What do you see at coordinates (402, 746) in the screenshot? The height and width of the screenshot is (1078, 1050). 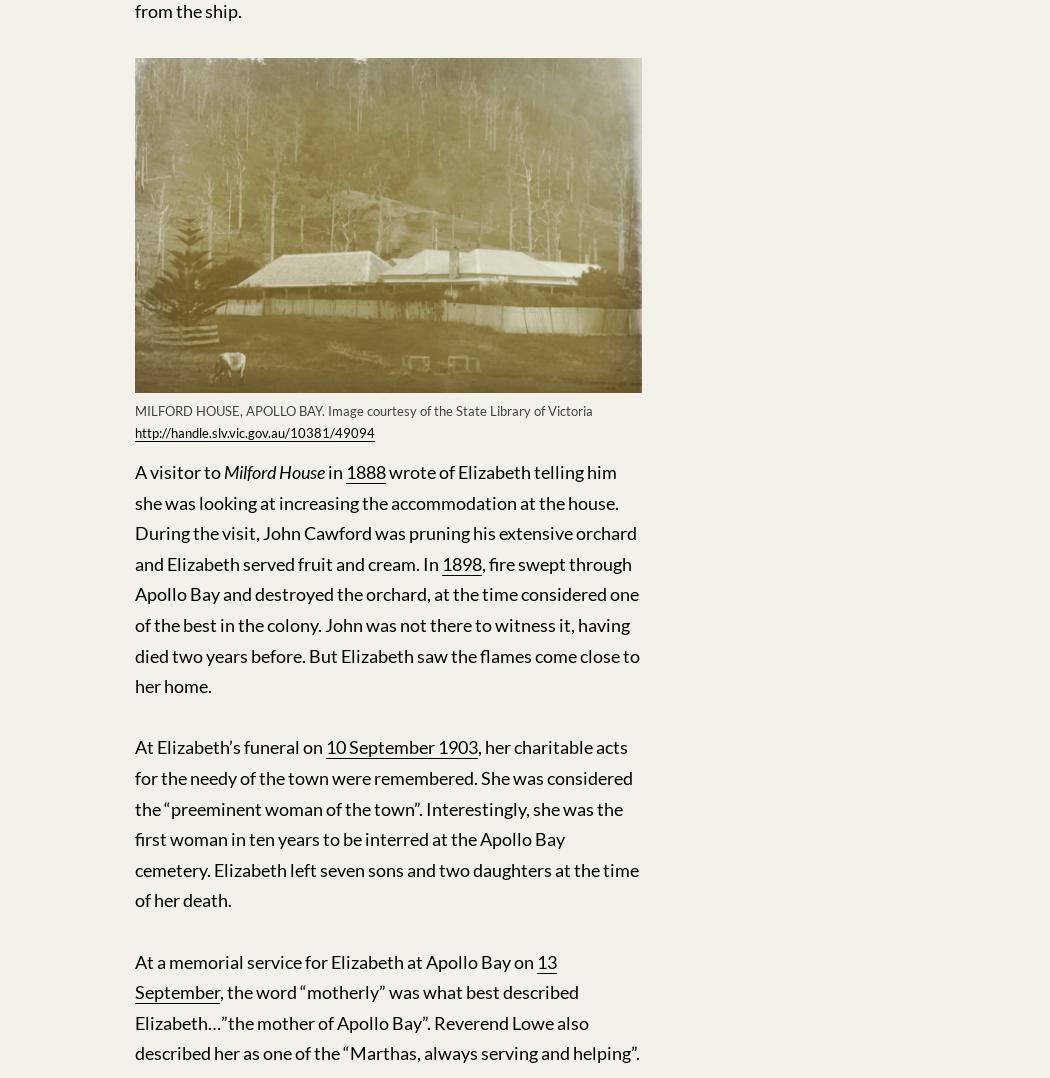 I see `'10 September 1903'` at bounding box center [402, 746].